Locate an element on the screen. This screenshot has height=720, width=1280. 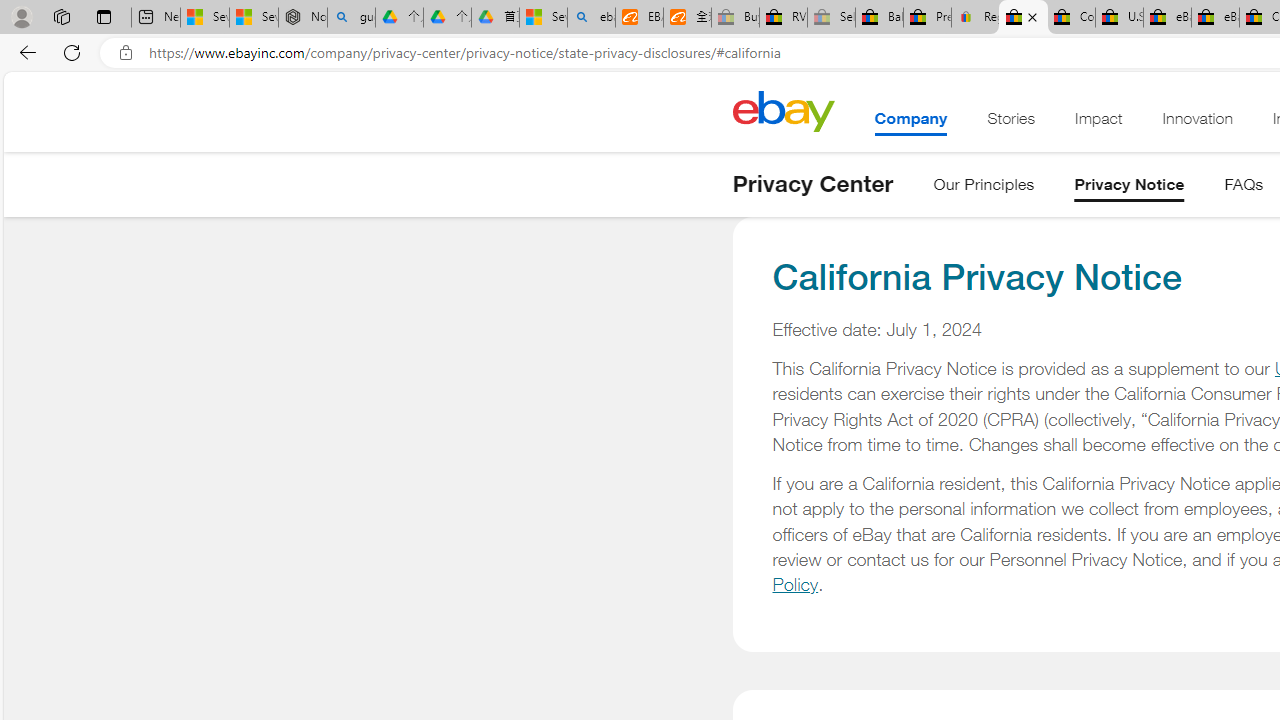
'Privacy Center' is located at coordinates (812, 183).